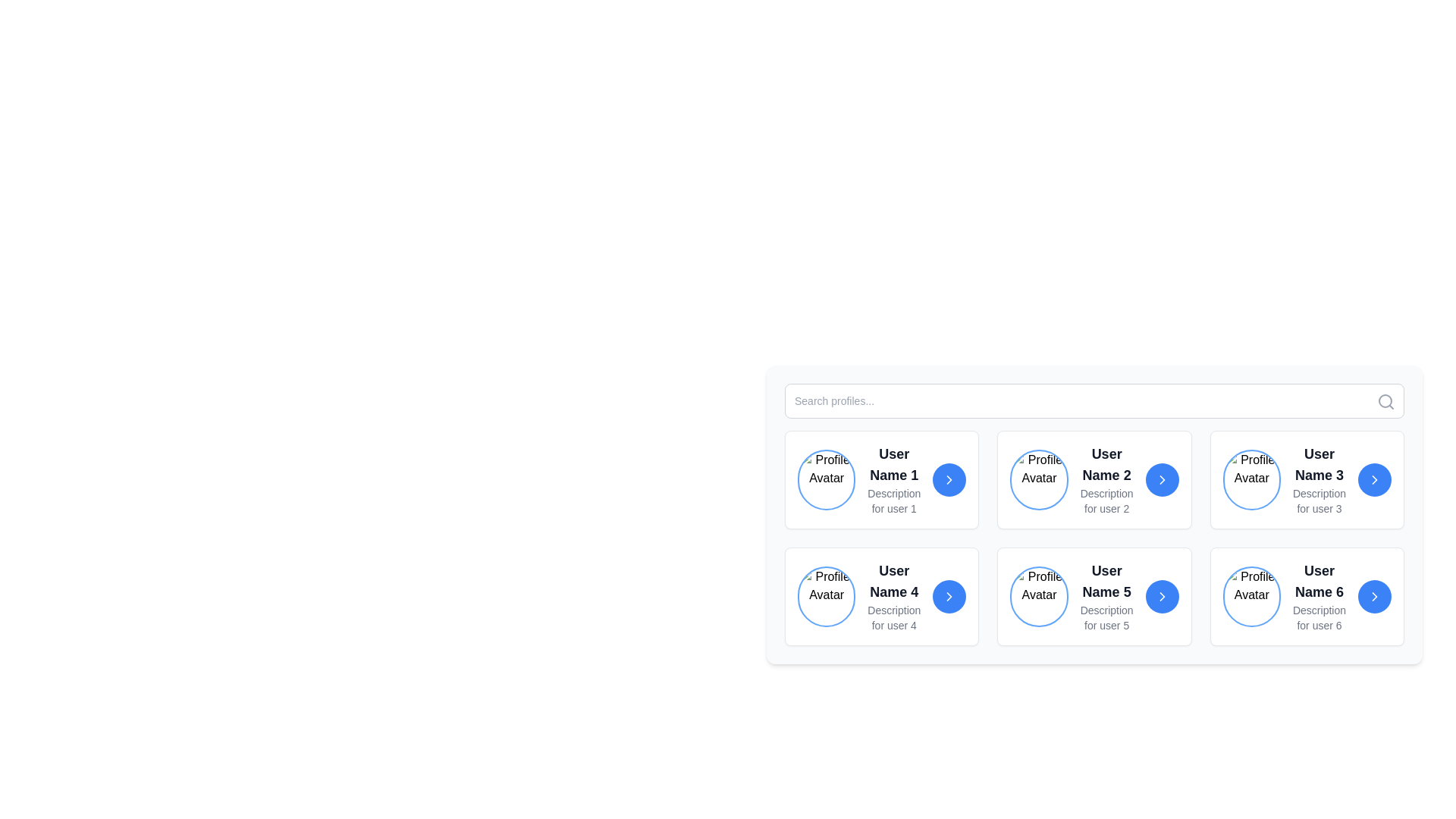 This screenshot has height=819, width=1456. What do you see at coordinates (1375, 595) in the screenshot?
I see `the circular blue button with a rightward-pointing chevron icon, located at the bottom-right corner of the card representing 'User Name 6'` at bounding box center [1375, 595].